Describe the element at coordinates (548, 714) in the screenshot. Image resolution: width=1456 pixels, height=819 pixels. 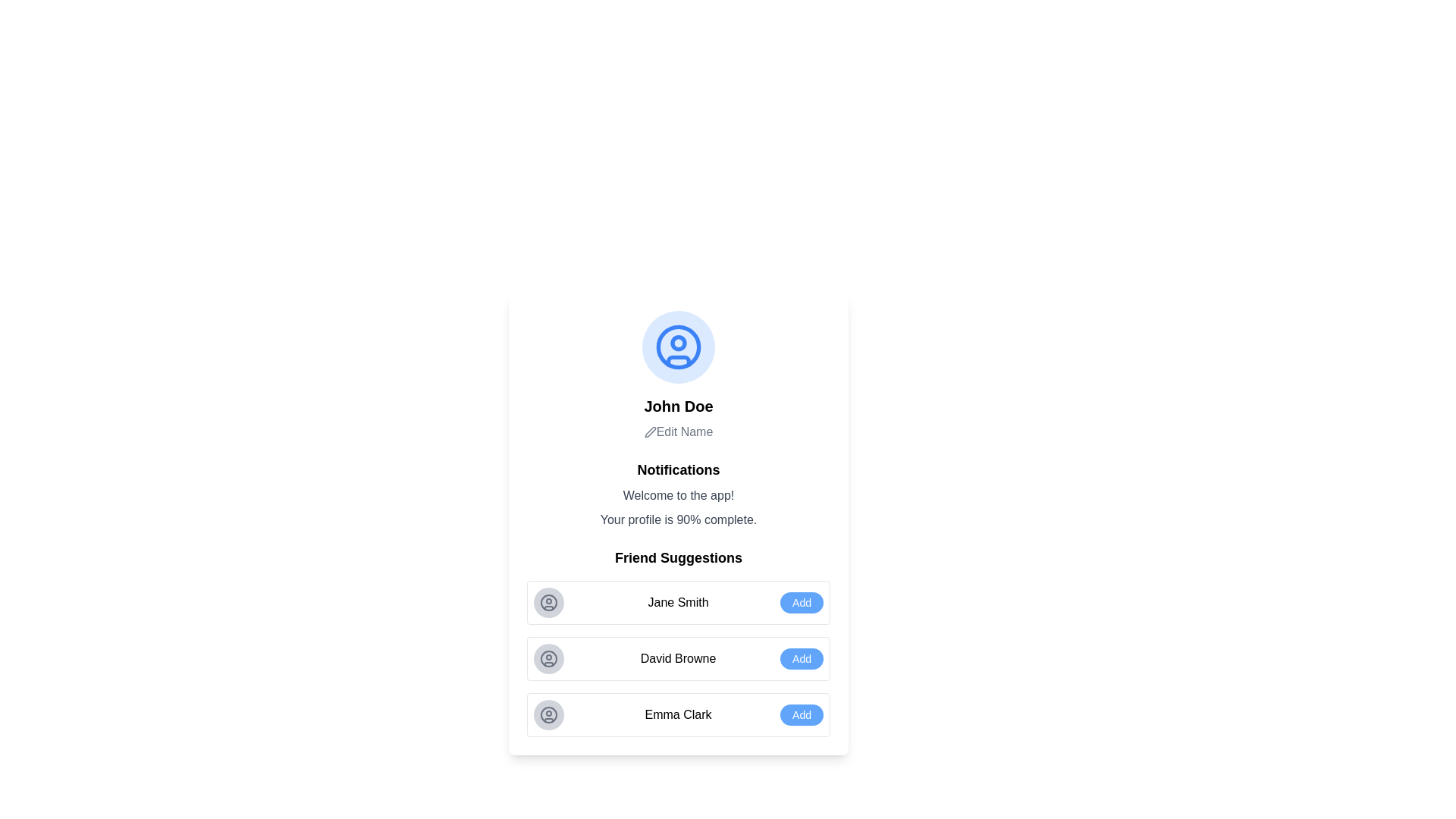
I see `the profile avatar icon located in the Friend Suggestions section, which is a circular outline-style icon representing a user's profile picture, positioned to the left of 'Emma Clark'` at that location.